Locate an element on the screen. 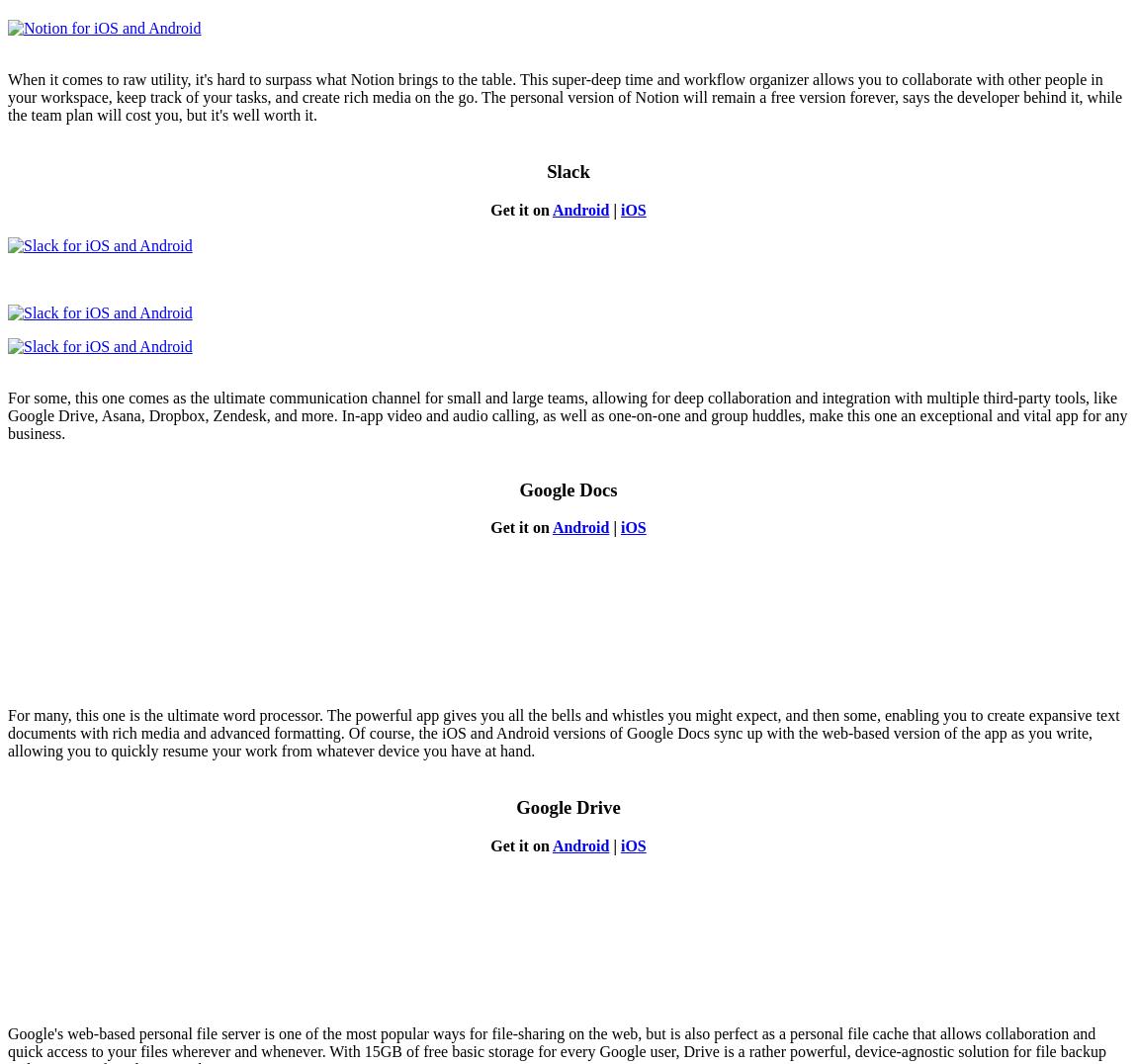 Image resolution: width=1137 pixels, height=1064 pixels. 'When it comes to raw utility, it's hard to surpass what Notion brings to the table. This super-deep time and workflow organizer allows you to collaborate with other people in your workspace, keep track of your tasks, and create rich media on the go. The personal version of Notion will remain a free version forever, says the developer behind it, while the team plan will cost you, but it's well worth it.' is located at coordinates (565, 96).